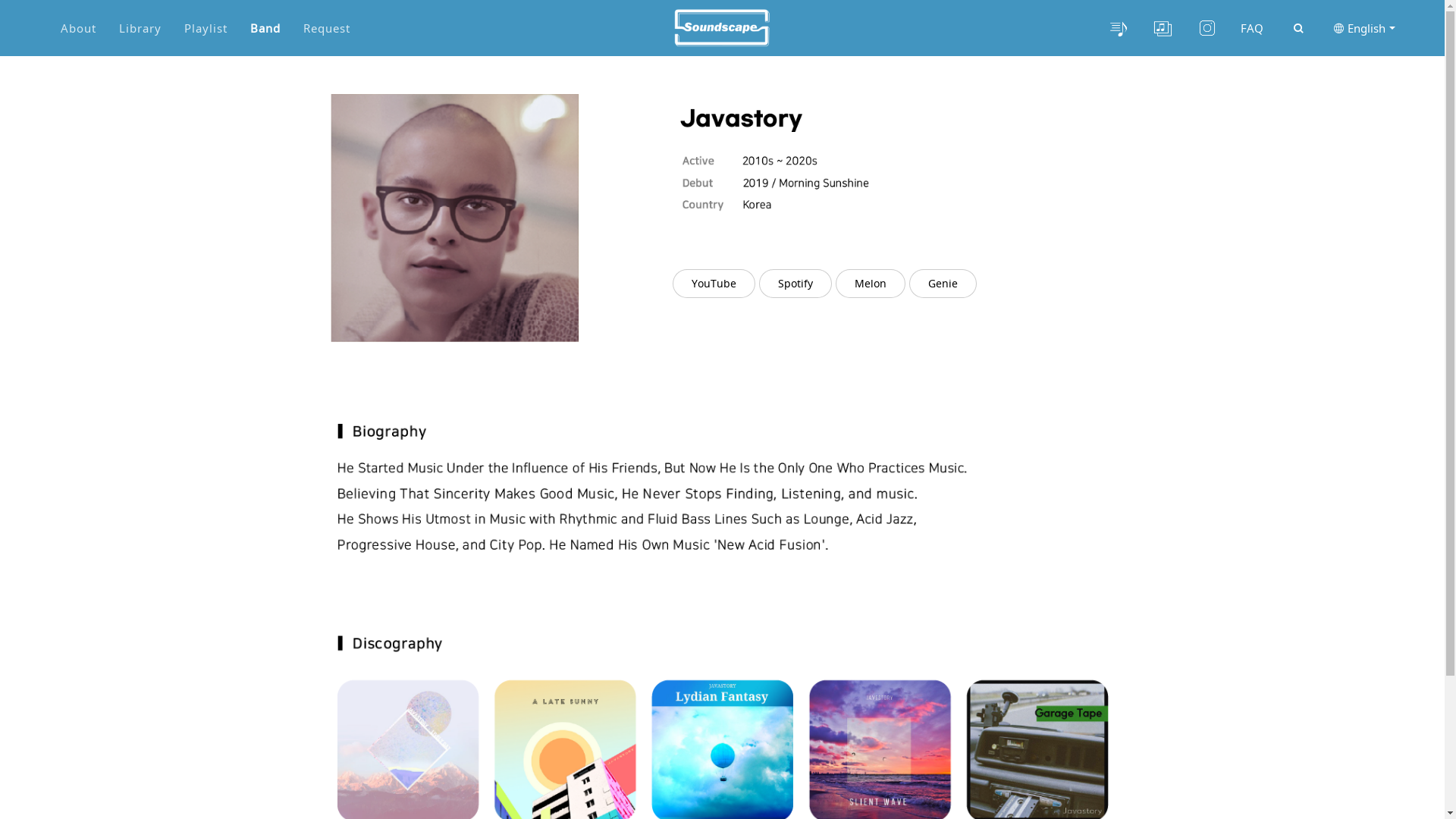 This screenshot has height=819, width=1456. What do you see at coordinates (759, 284) in the screenshot?
I see `'Spotify'` at bounding box center [759, 284].